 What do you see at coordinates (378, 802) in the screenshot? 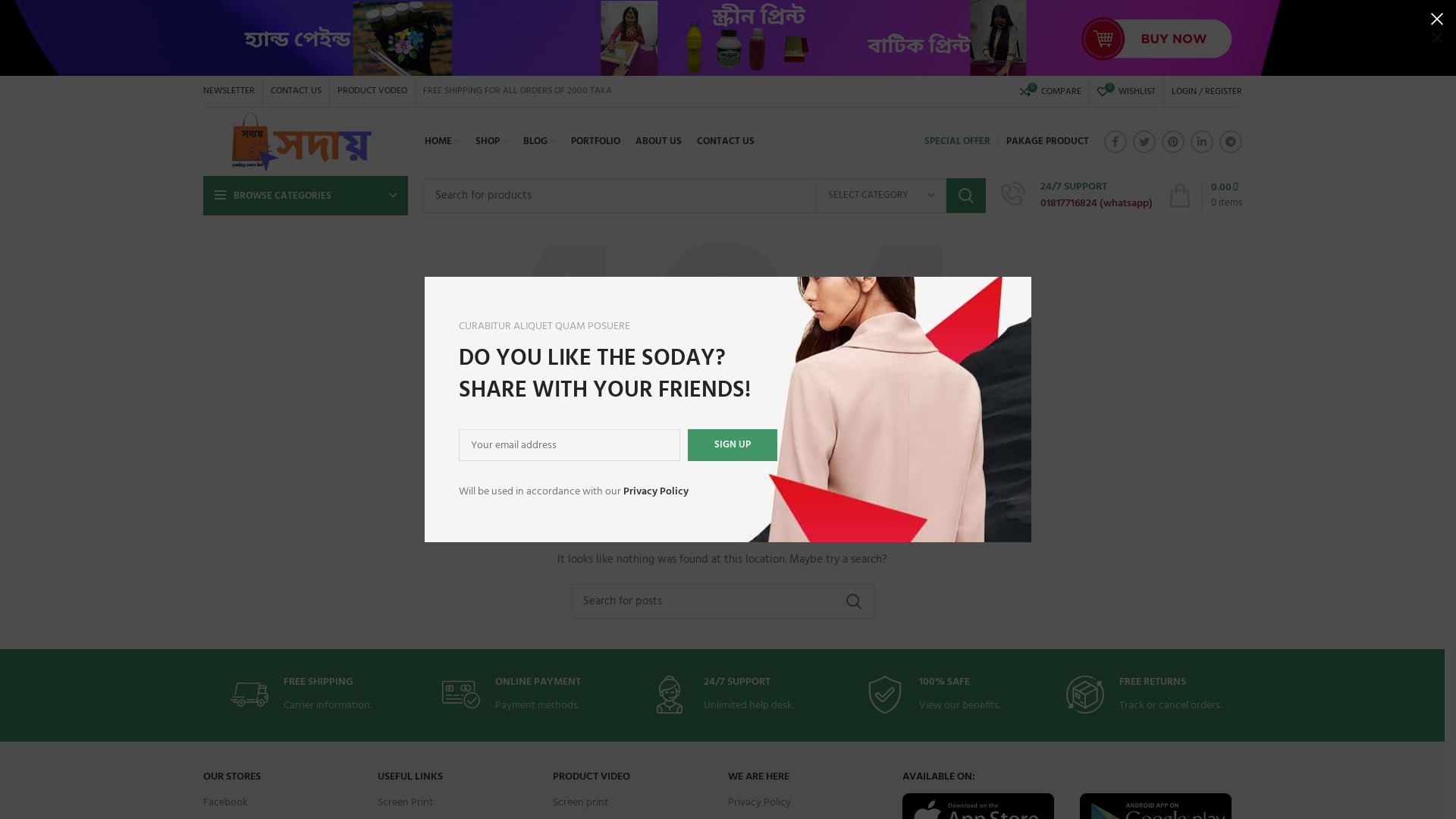
I see `'Screen Print'` at bounding box center [378, 802].